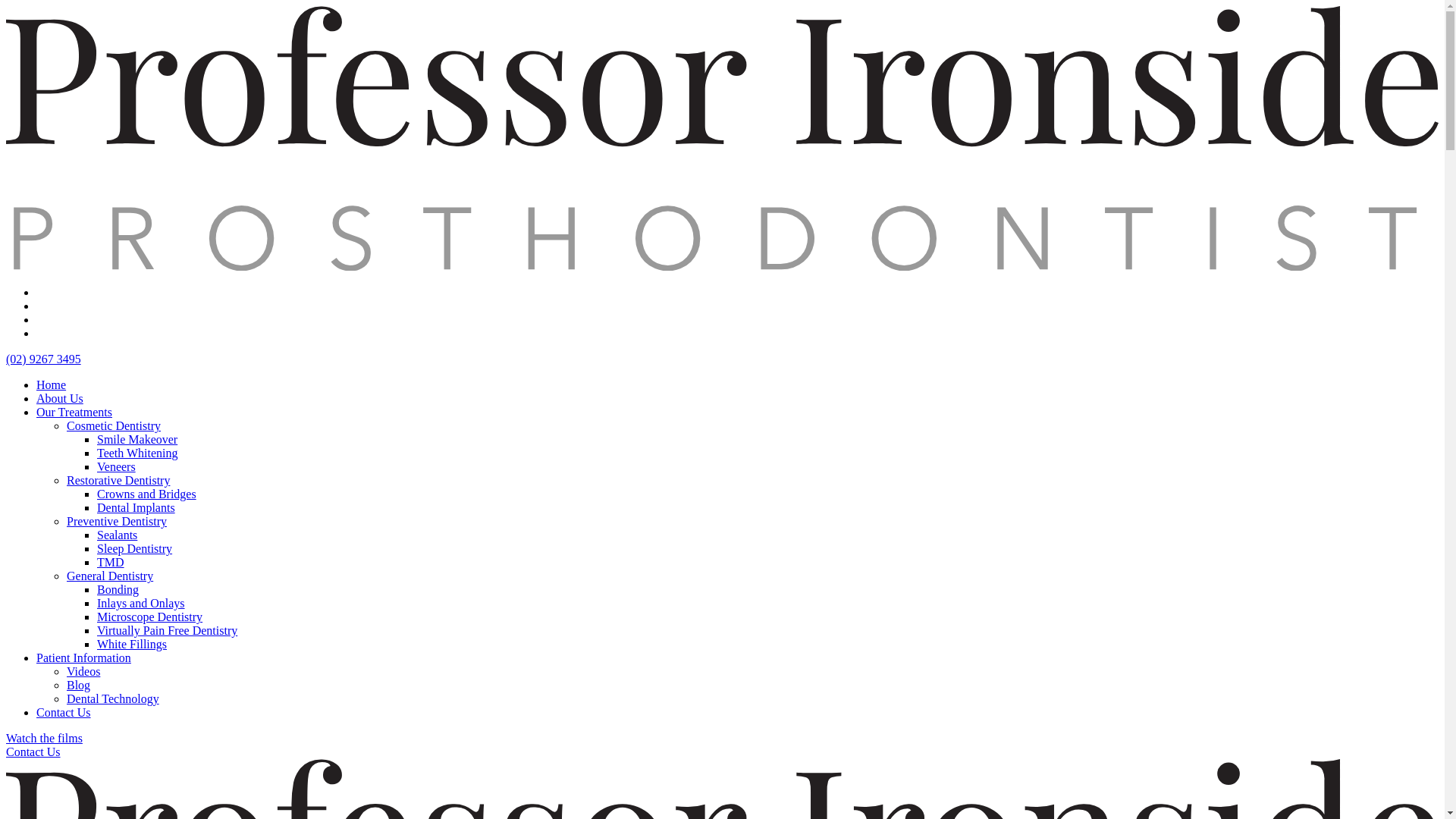  I want to click on 'Patient Information', so click(83, 657).